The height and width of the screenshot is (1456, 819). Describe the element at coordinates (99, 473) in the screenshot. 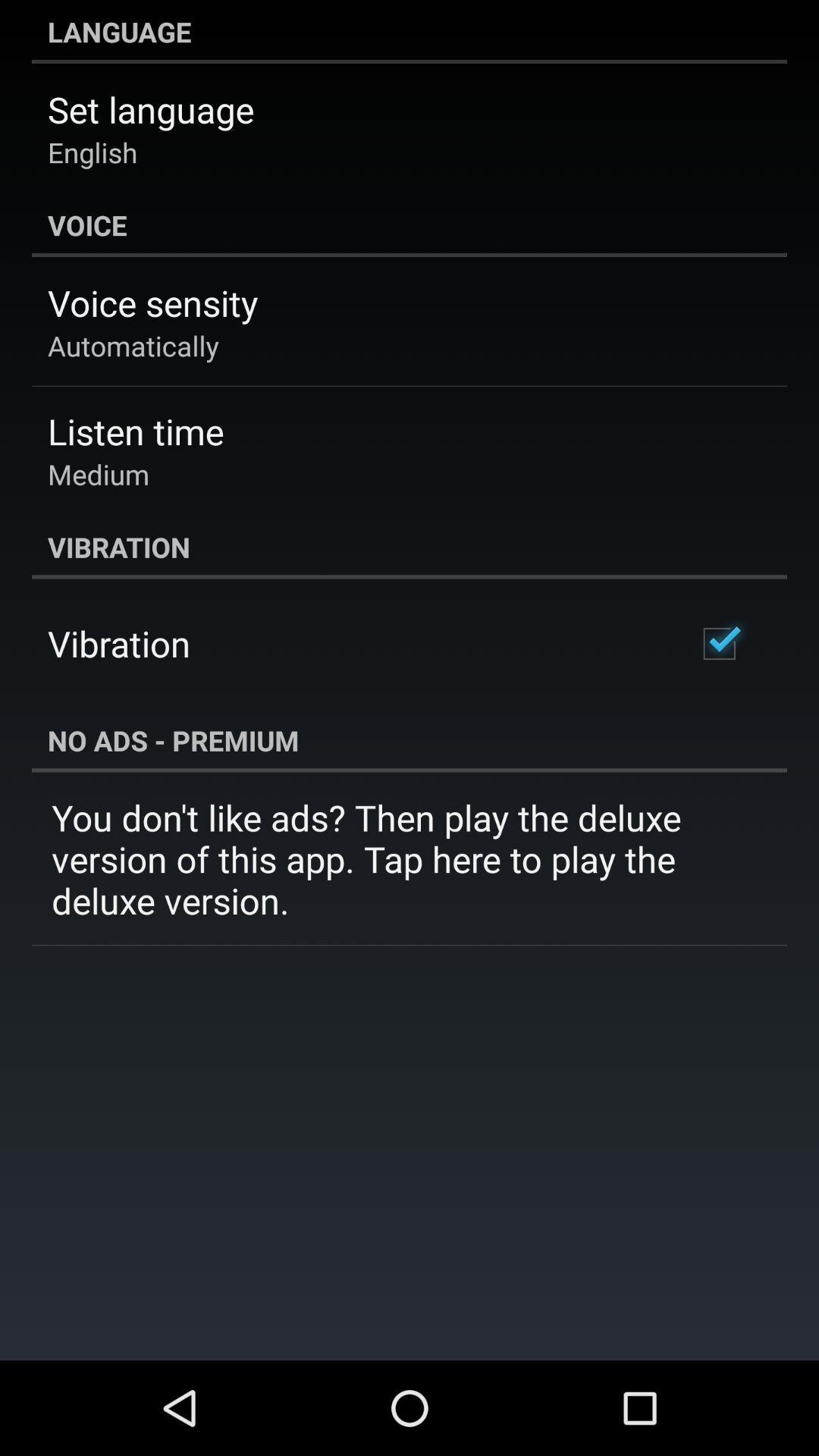

I see `the app below listen time item` at that location.